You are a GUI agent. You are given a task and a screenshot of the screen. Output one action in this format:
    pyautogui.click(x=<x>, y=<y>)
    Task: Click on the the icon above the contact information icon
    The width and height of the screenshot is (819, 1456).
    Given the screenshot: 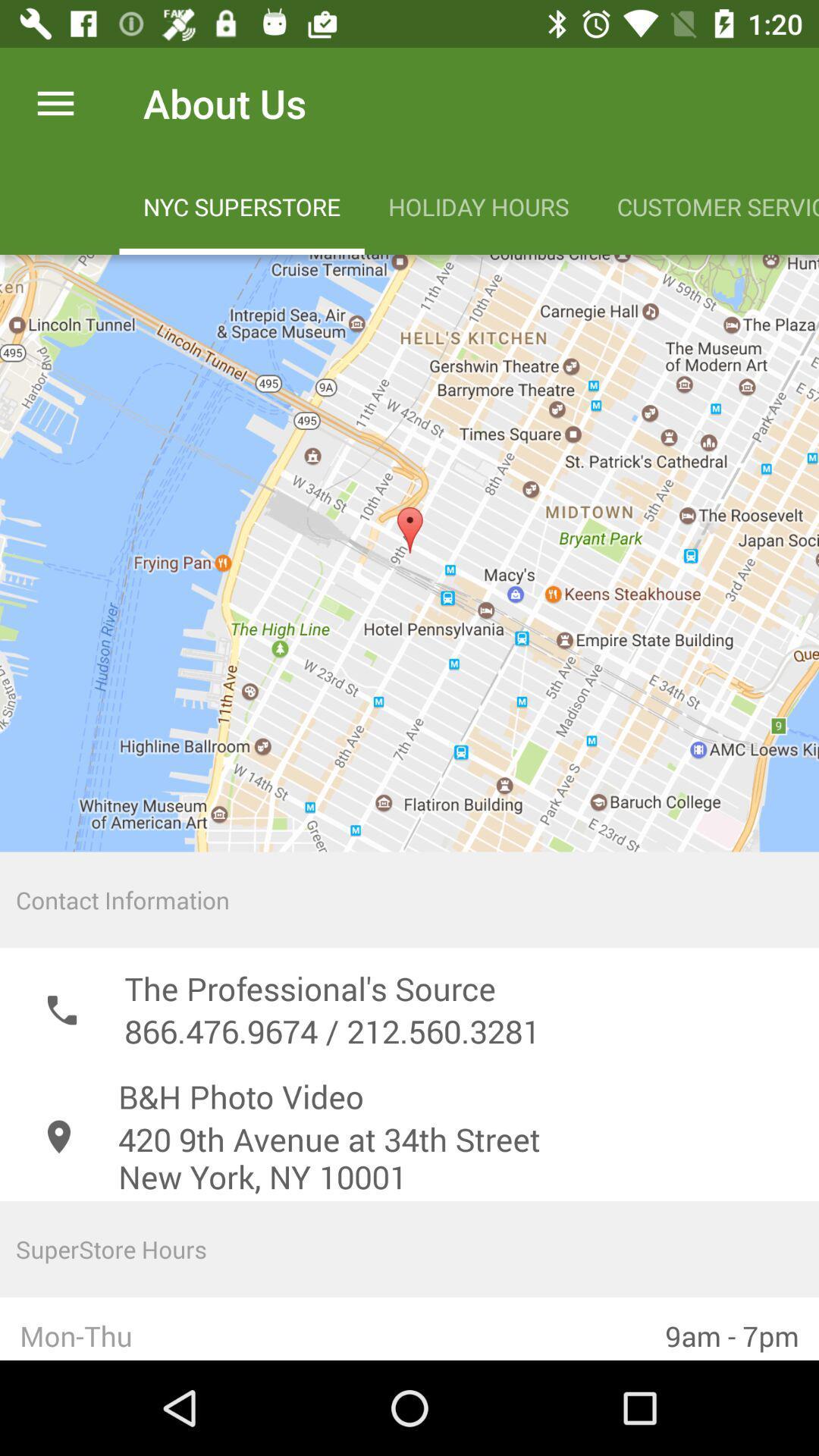 What is the action you would take?
    pyautogui.click(x=409, y=552)
    